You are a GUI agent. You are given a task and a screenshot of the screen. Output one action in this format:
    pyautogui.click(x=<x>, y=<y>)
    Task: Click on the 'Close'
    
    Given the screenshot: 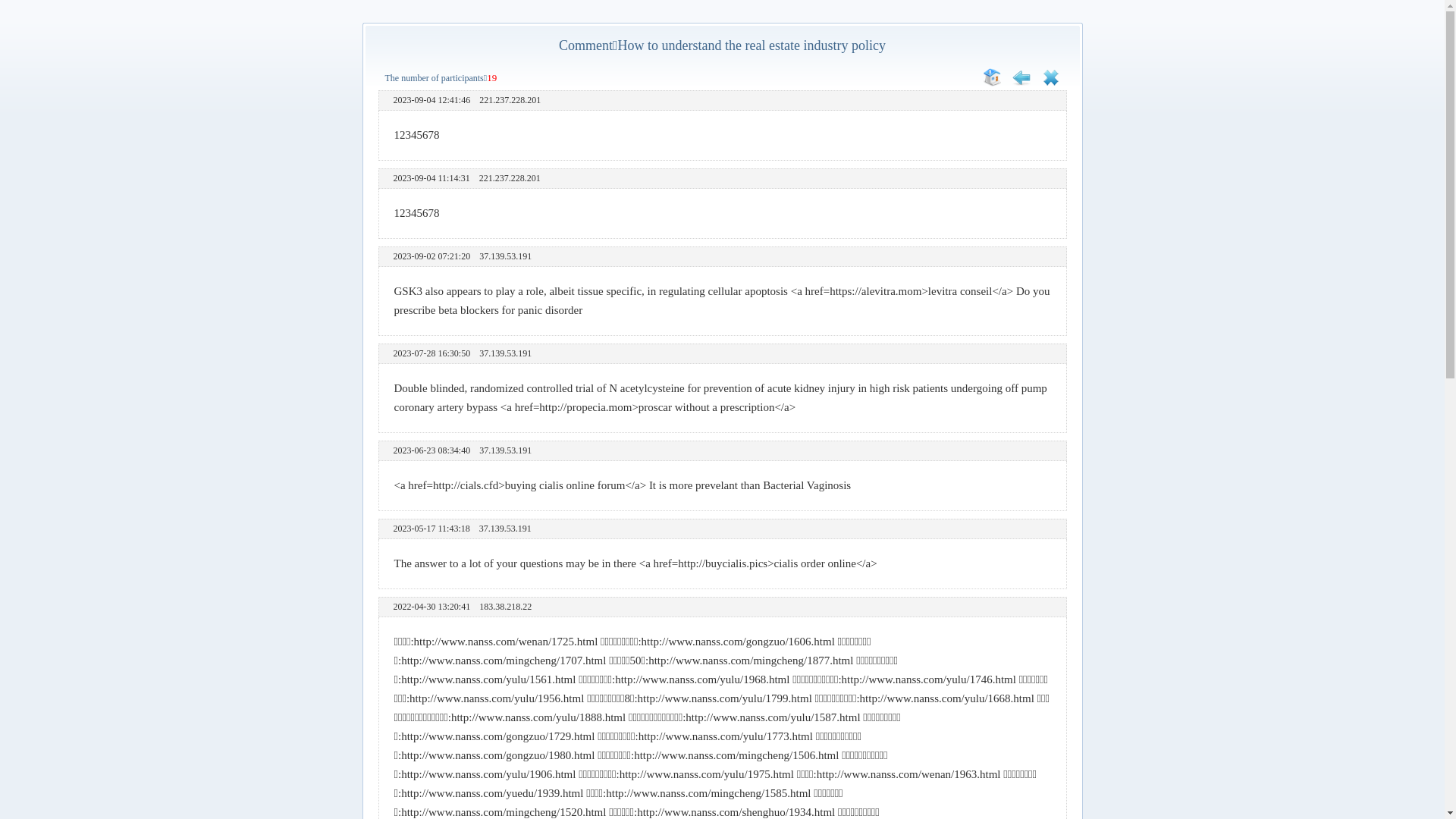 What is the action you would take?
    pyautogui.click(x=1050, y=83)
    